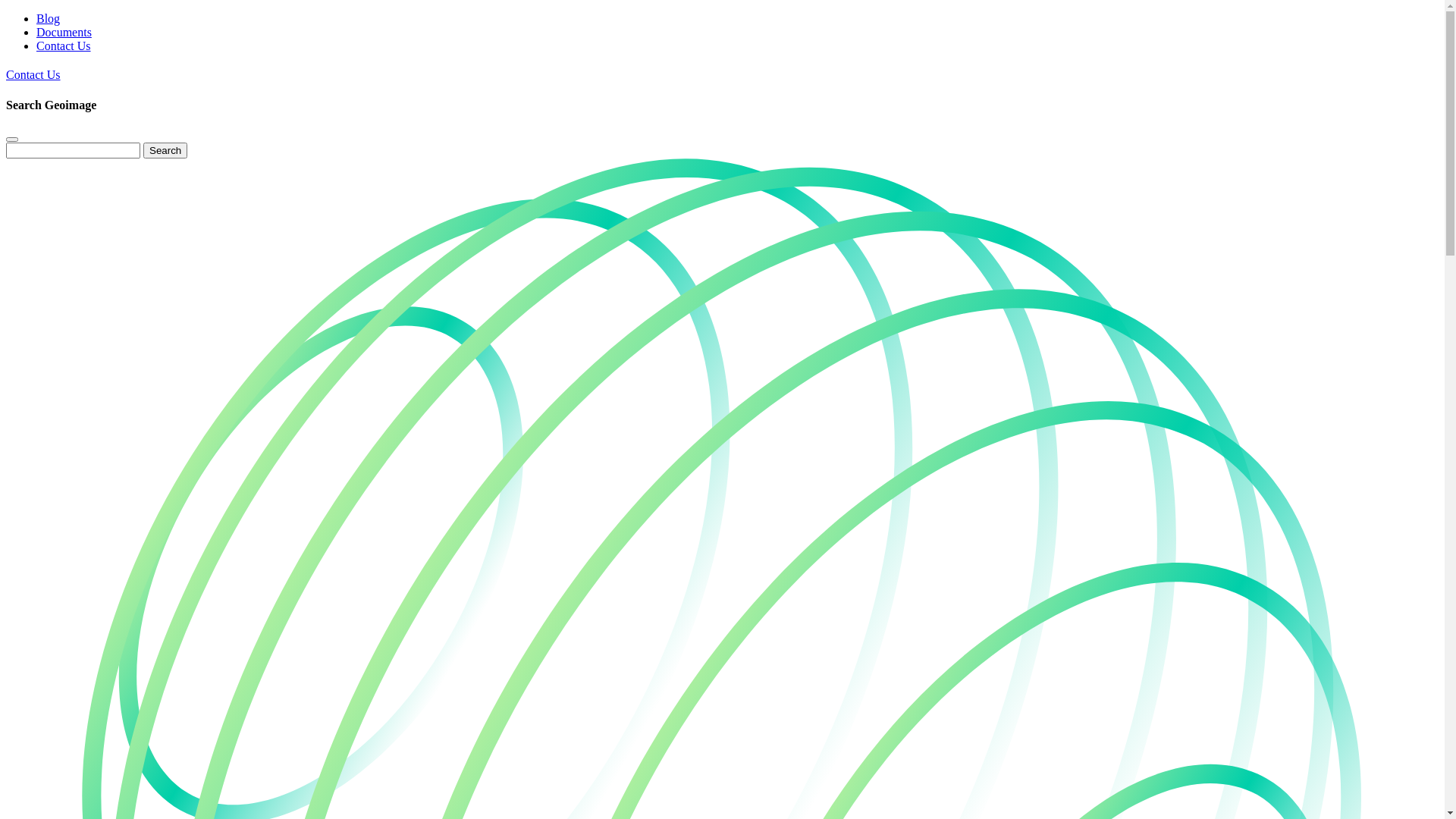  What do you see at coordinates (33, 74) in the screenshot?
I see `'Contact Us'` at bounding box center [33, 74].